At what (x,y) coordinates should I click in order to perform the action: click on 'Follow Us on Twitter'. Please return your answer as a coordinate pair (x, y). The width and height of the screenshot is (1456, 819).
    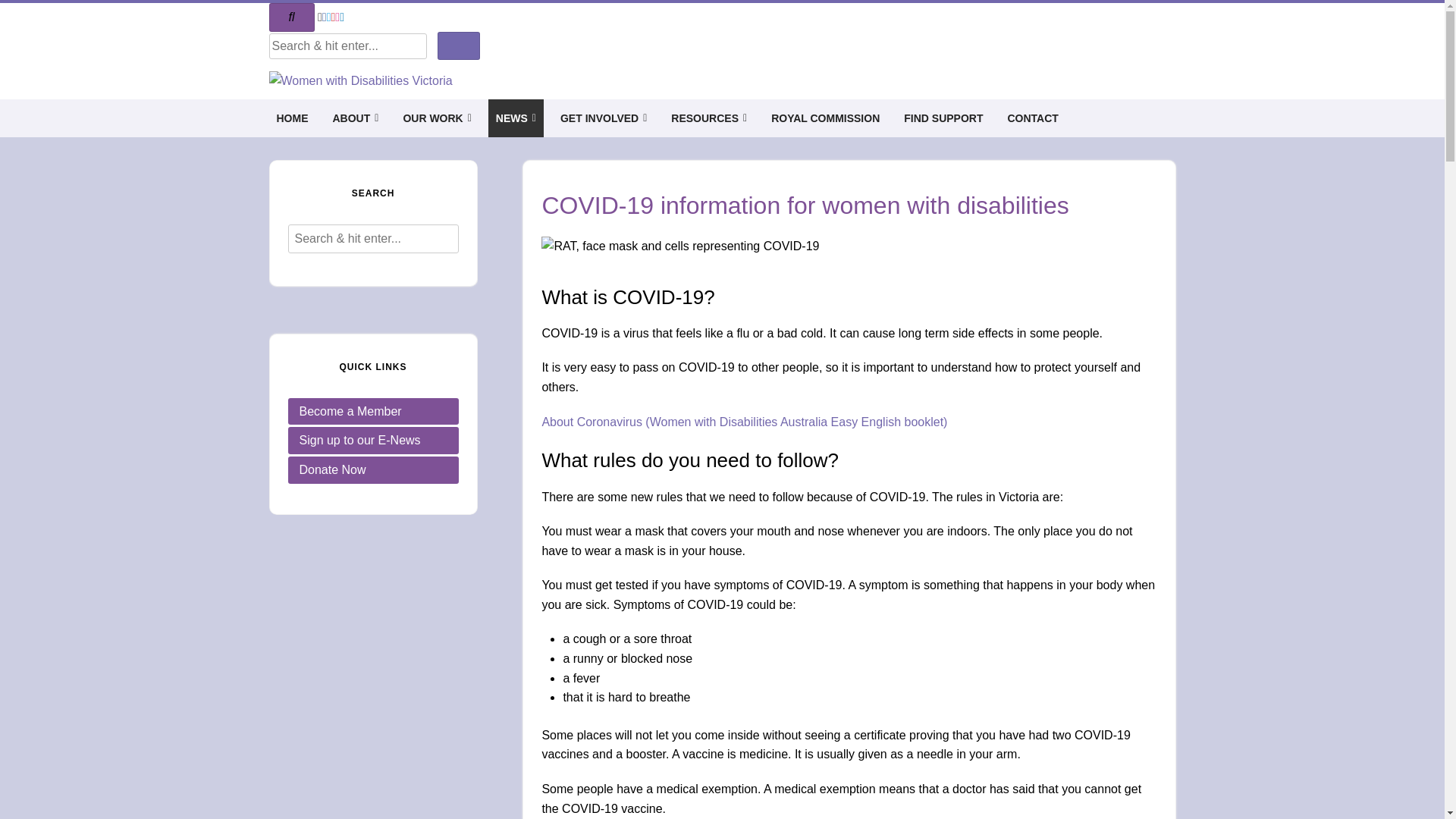
    Looking at the image, I should click on (328, 17).